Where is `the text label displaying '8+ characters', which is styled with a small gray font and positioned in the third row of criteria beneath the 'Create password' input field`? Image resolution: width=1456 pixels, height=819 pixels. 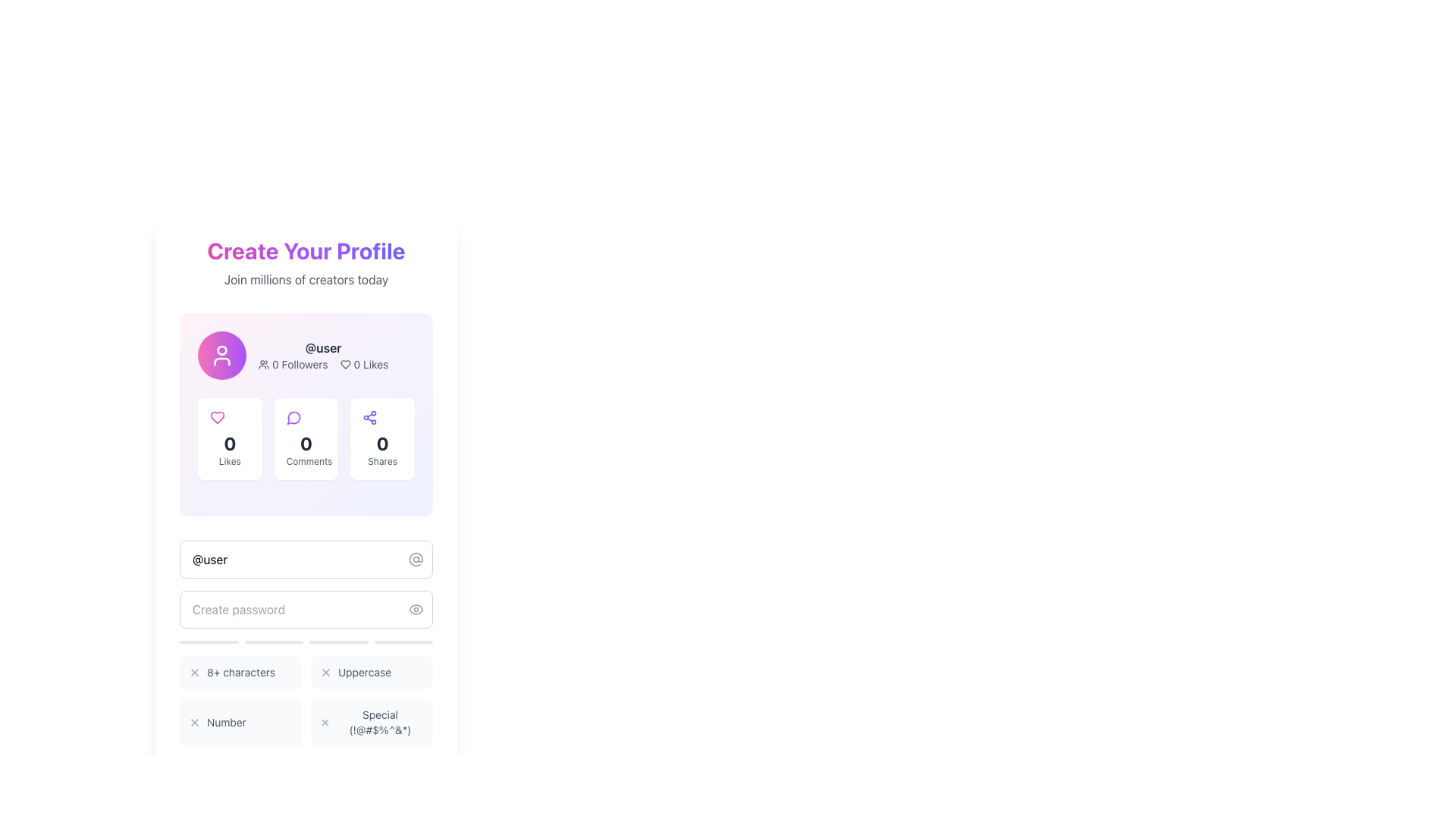
the text label displaying '8+ characters', which is styled with a small gray font and positioned in the third row of criteria beneath the 'Create password' input field is located at coordinates (240, 672).